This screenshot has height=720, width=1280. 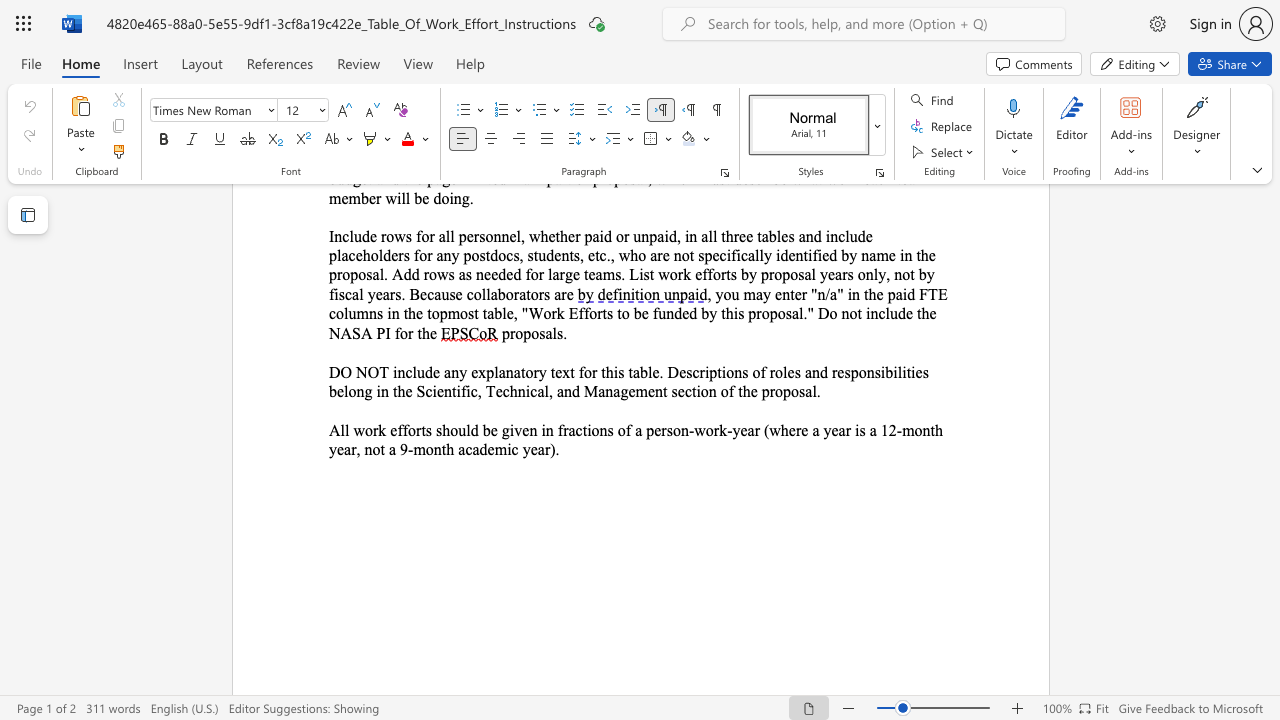 What do you see at coordinates (562, 429) in the screenshot?
I see `the space between the continuous character "f" and "r" in the text` at bounding box center [562, 429].